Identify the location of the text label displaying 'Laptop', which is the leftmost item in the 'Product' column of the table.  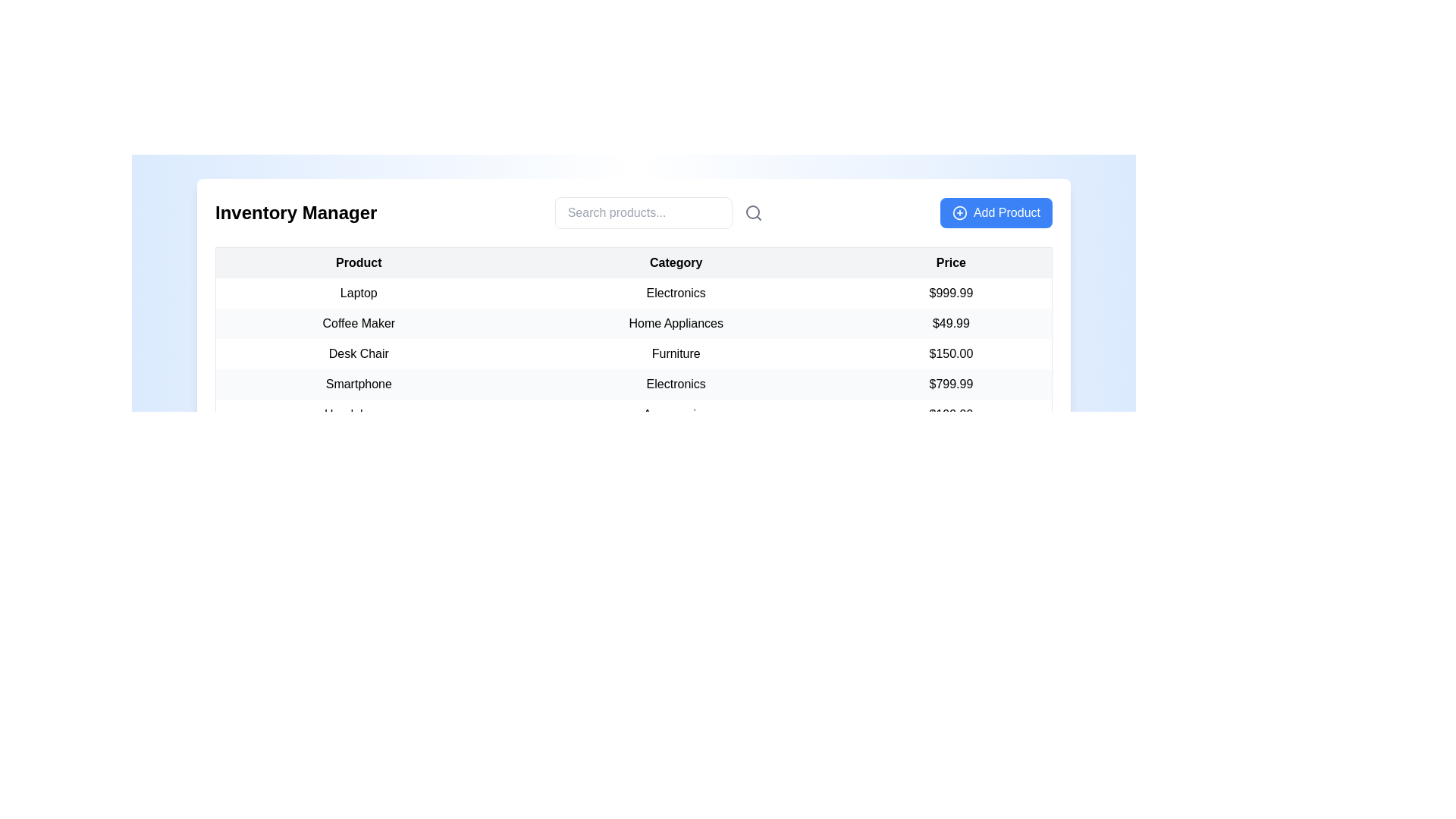
(358, 293).